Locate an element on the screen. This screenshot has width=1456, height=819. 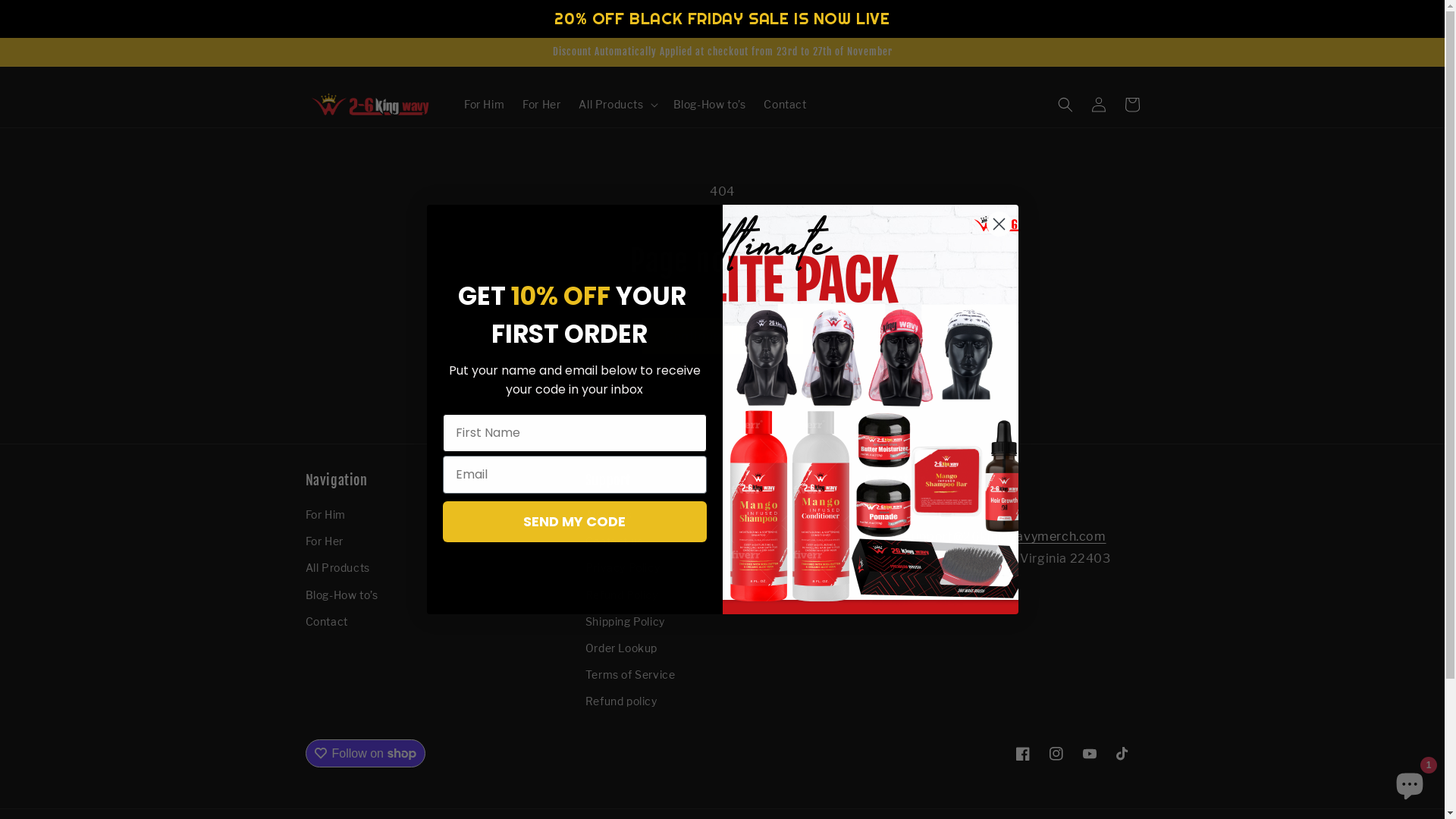
'SEND MY CODE' is located at coordinates (574, 519).